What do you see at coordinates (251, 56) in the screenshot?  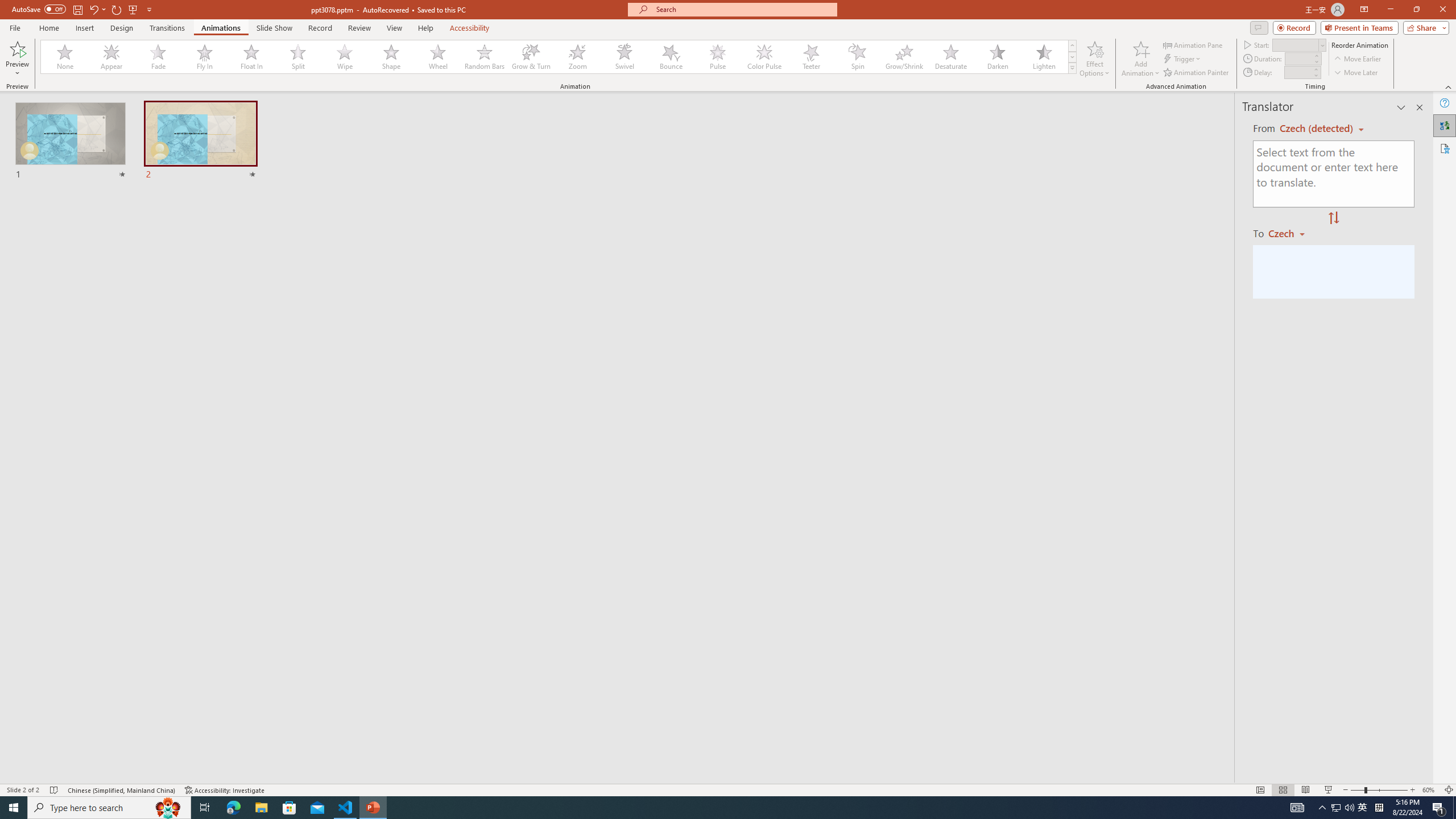 I see `'Float In'` at bounding box center [251, 56].